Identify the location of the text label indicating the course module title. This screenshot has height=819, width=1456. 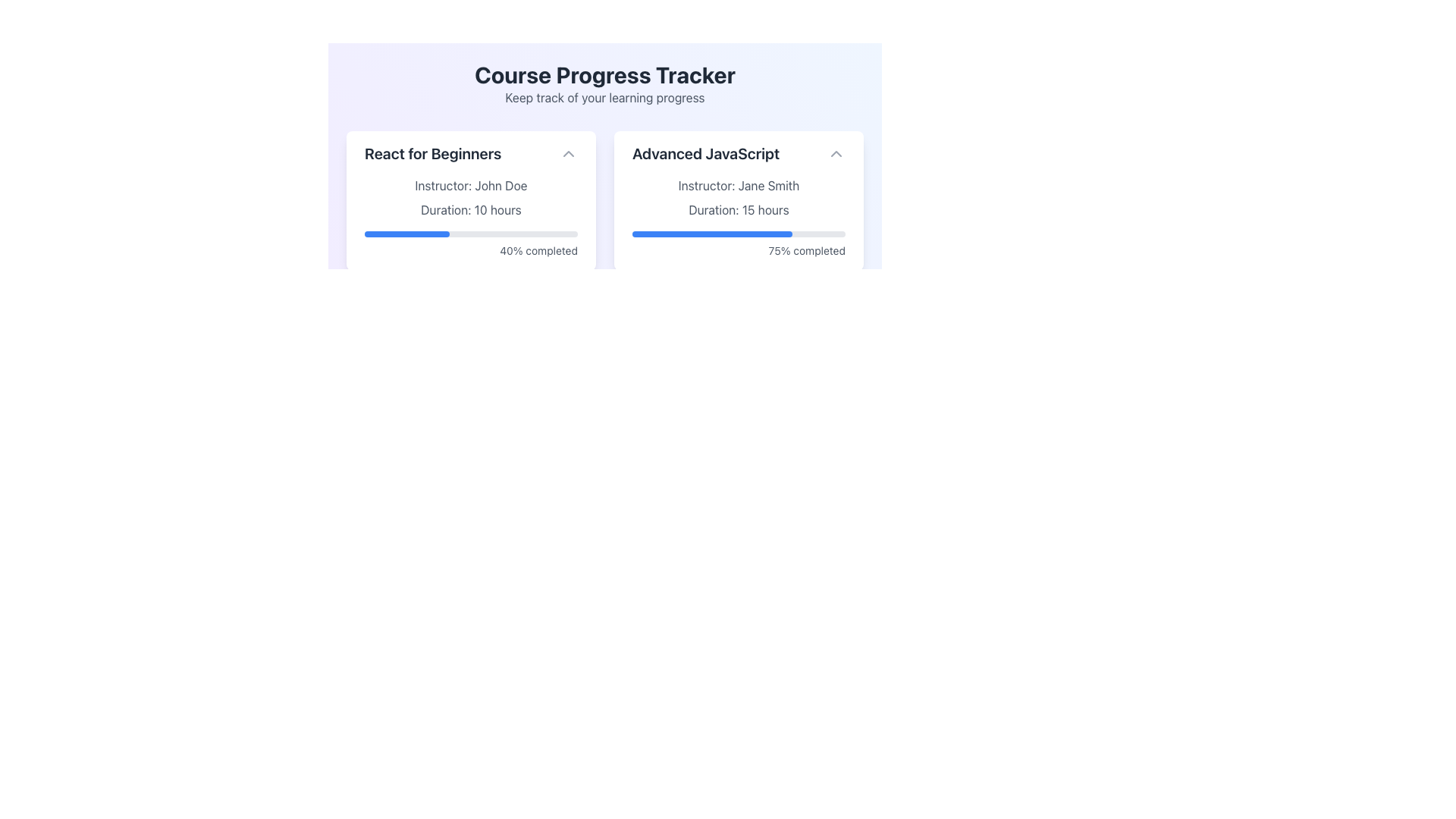
(470, 154).